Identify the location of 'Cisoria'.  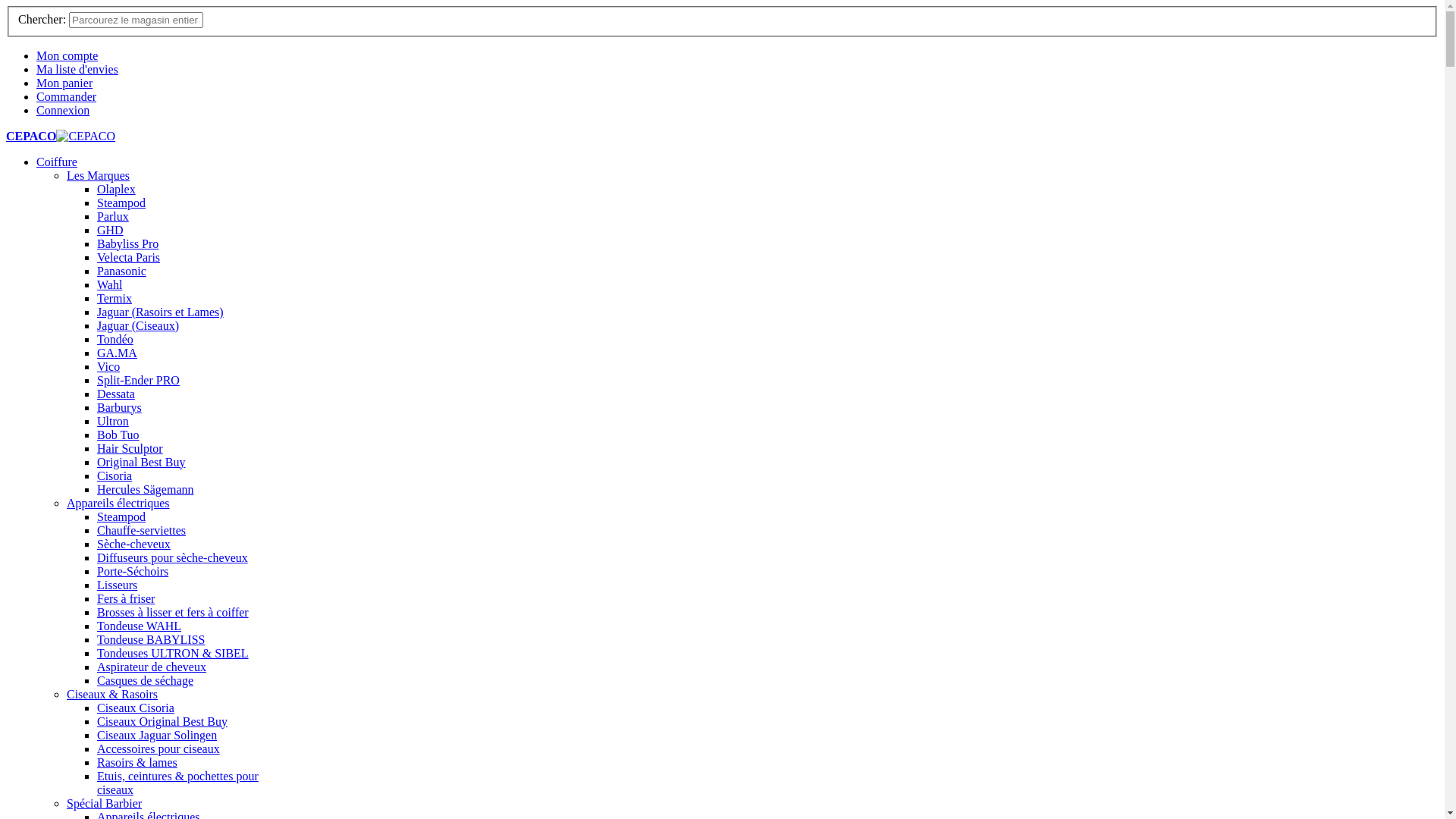
(113, 475).